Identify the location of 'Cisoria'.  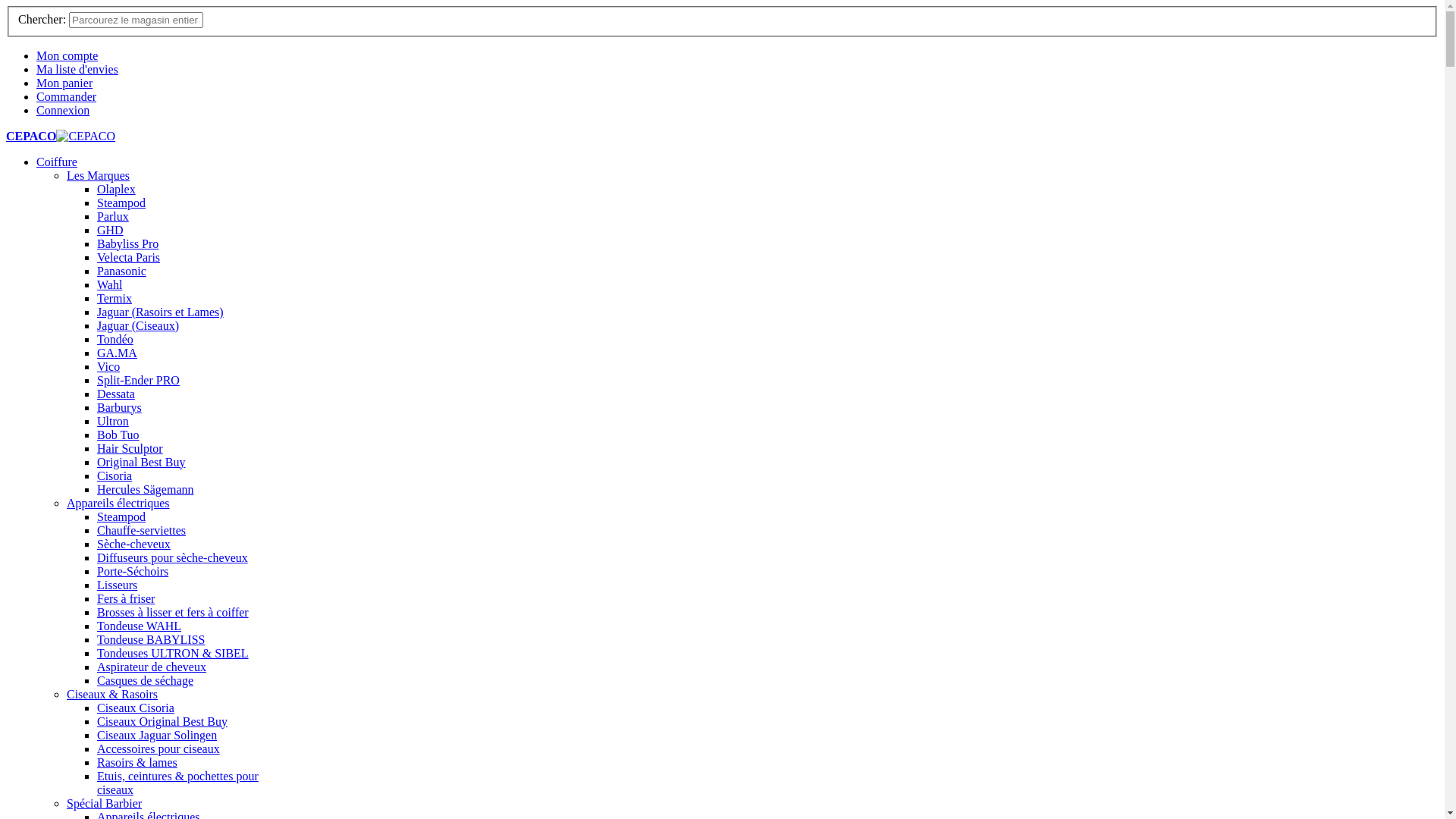
(113, 475).